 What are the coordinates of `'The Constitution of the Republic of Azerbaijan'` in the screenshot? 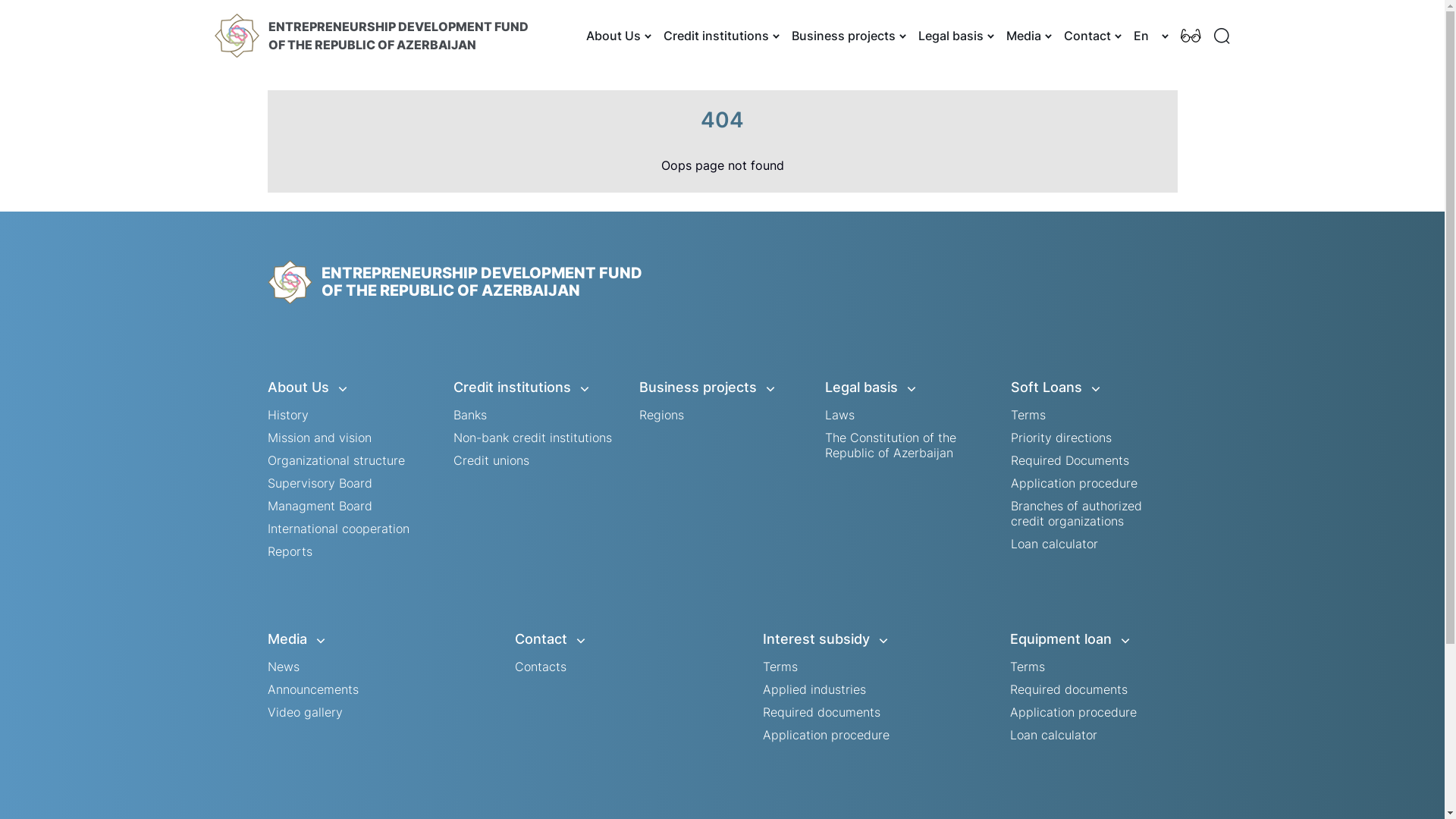 It's located at (824, 444).